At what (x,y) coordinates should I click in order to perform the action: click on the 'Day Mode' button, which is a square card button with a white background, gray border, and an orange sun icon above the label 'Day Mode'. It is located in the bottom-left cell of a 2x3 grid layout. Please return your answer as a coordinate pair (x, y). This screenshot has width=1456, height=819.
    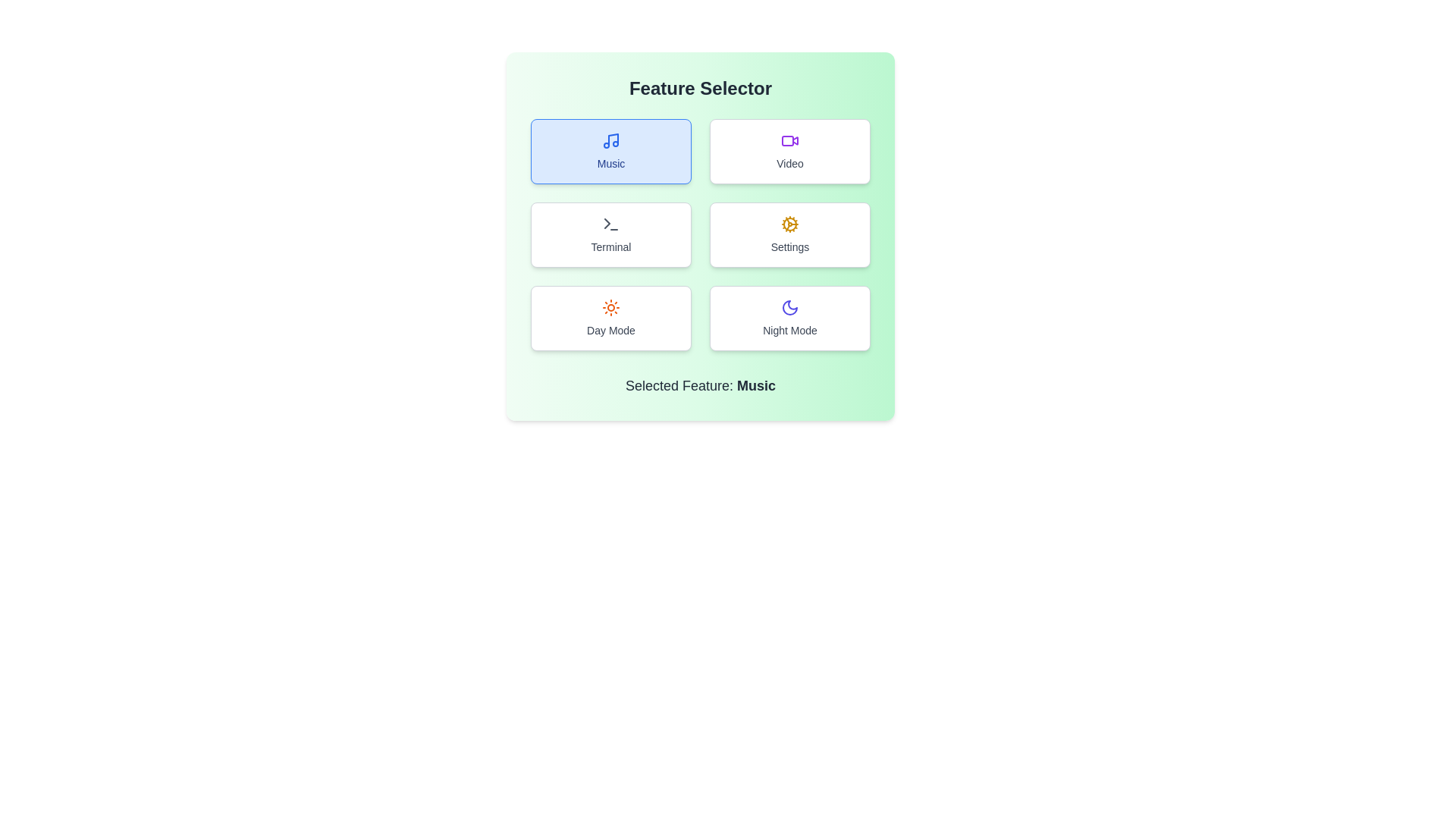
    Looking at the image, I should click on (611, 318).